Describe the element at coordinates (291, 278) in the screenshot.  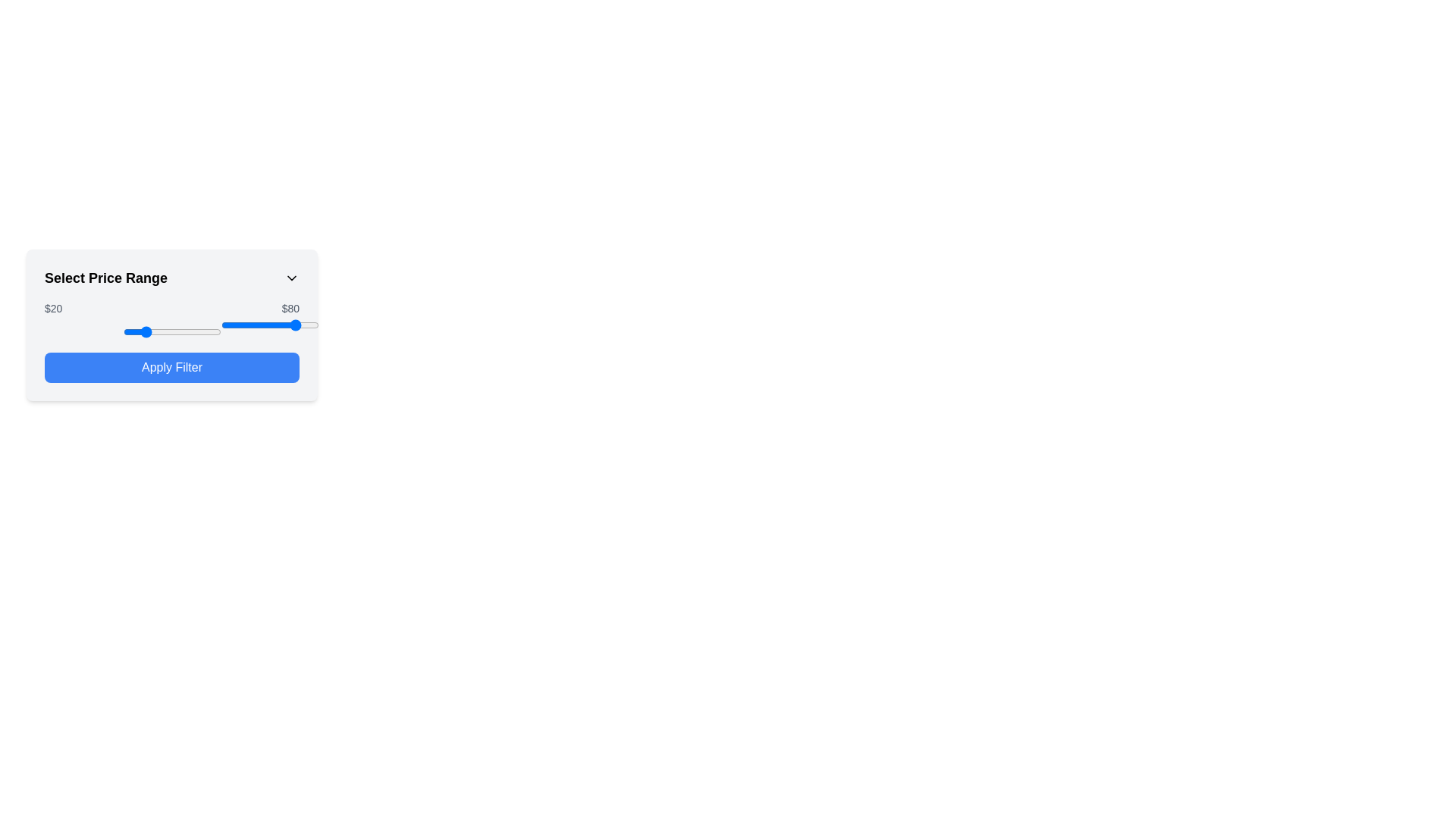
I see `the downward chevron icon located at the top-right of the 'Select Price Range' header` at that location.